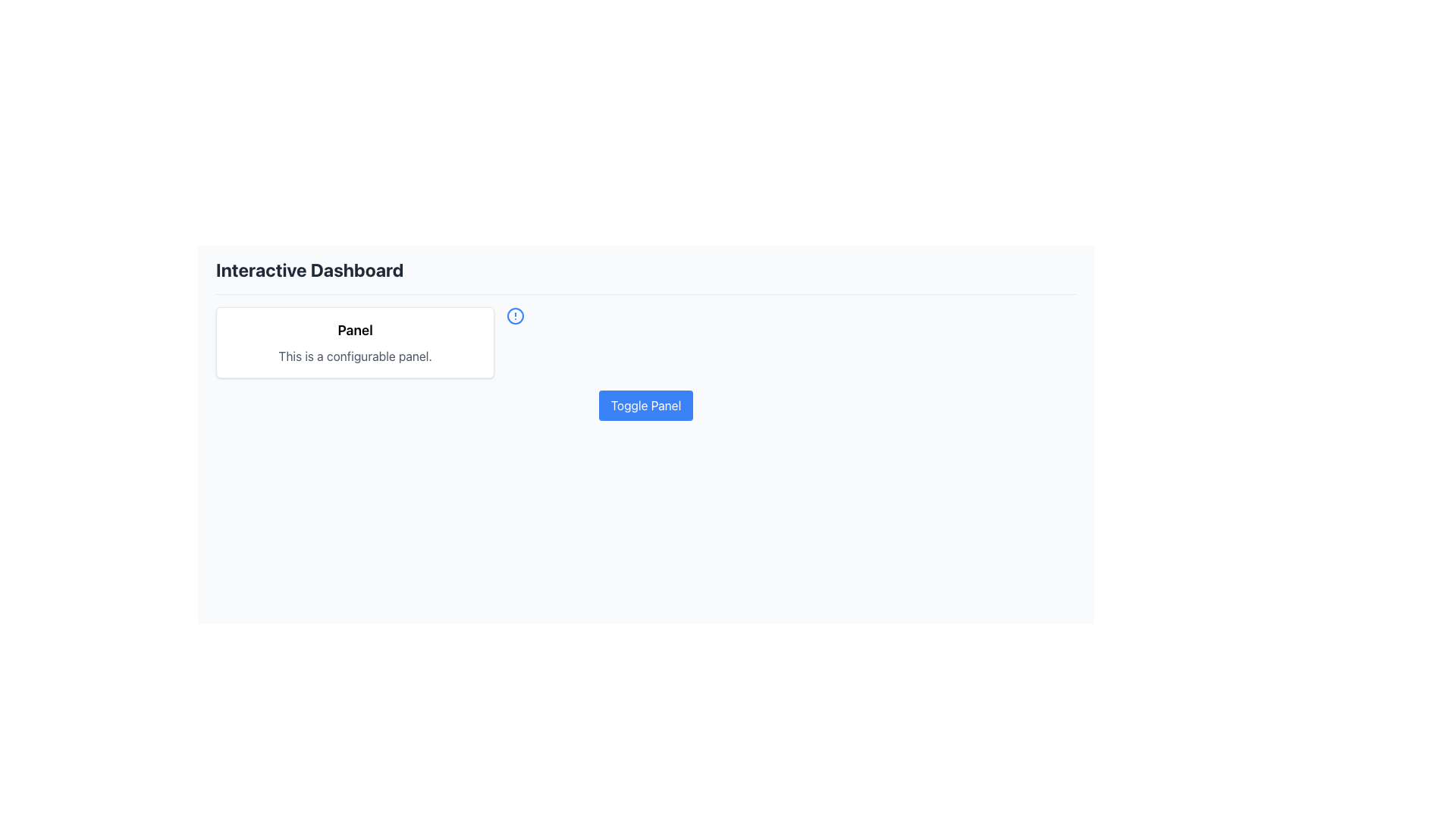 Image resolution: width=1456 pixels, height=819 pixels. Describe the element at coordinates (645, 405) in the screenshot. I see `the toggle button located in the bottom-right section of the dashboard to change its color` at that location.